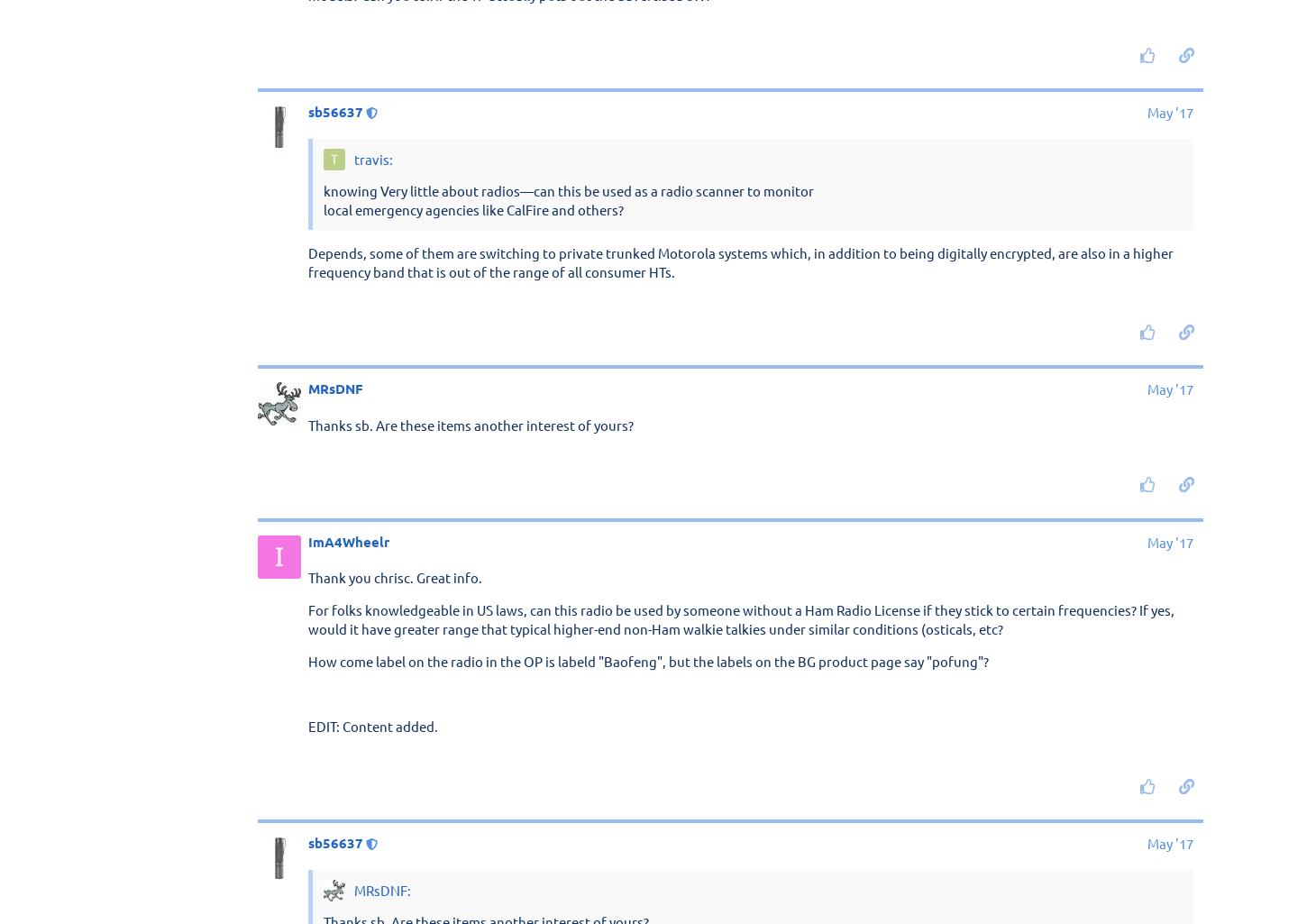  I want to click on 'MRsDNF', so click(334, 386).